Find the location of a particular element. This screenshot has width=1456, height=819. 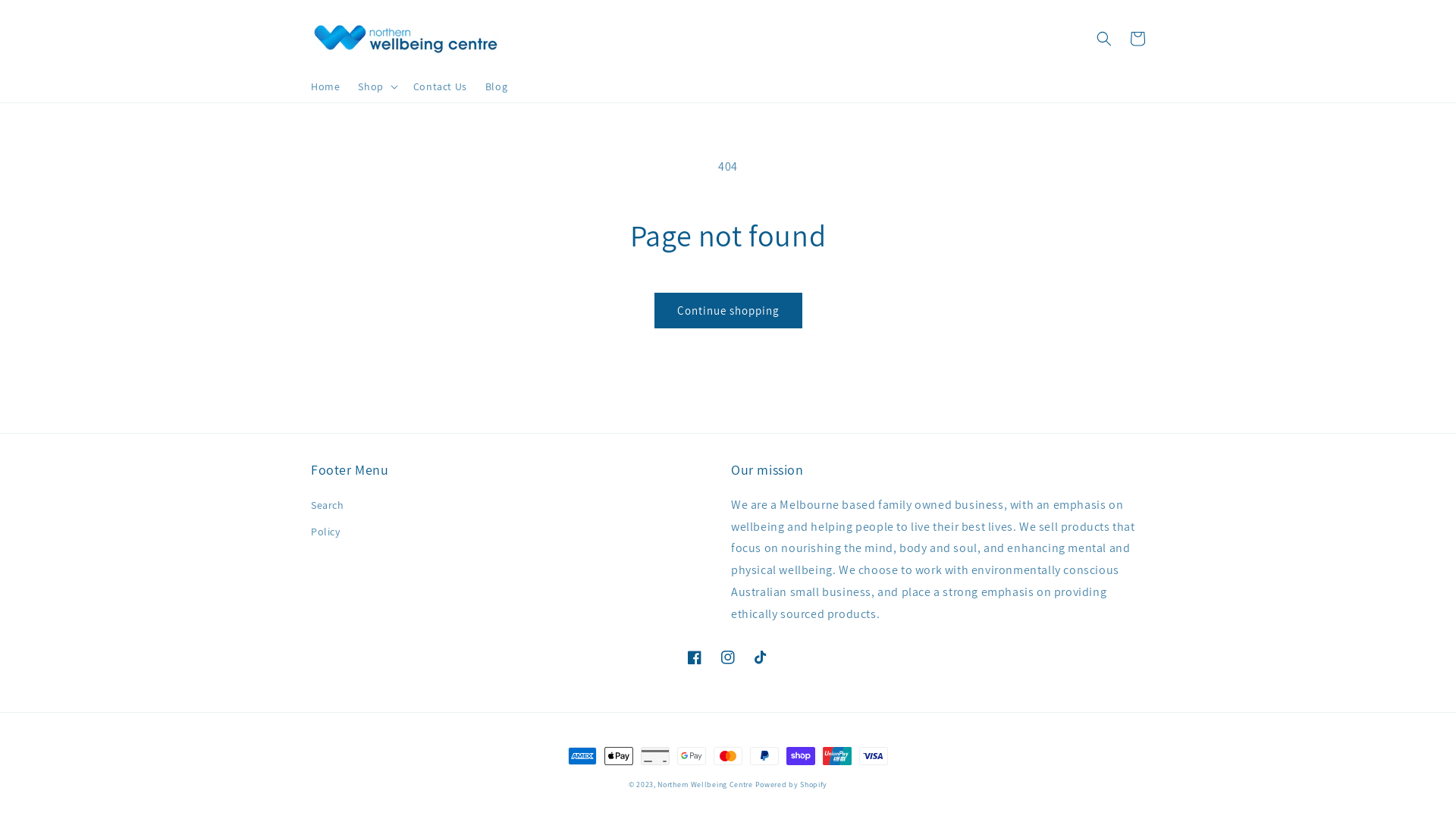

'TikTok' is located at coordinates (745, 657).